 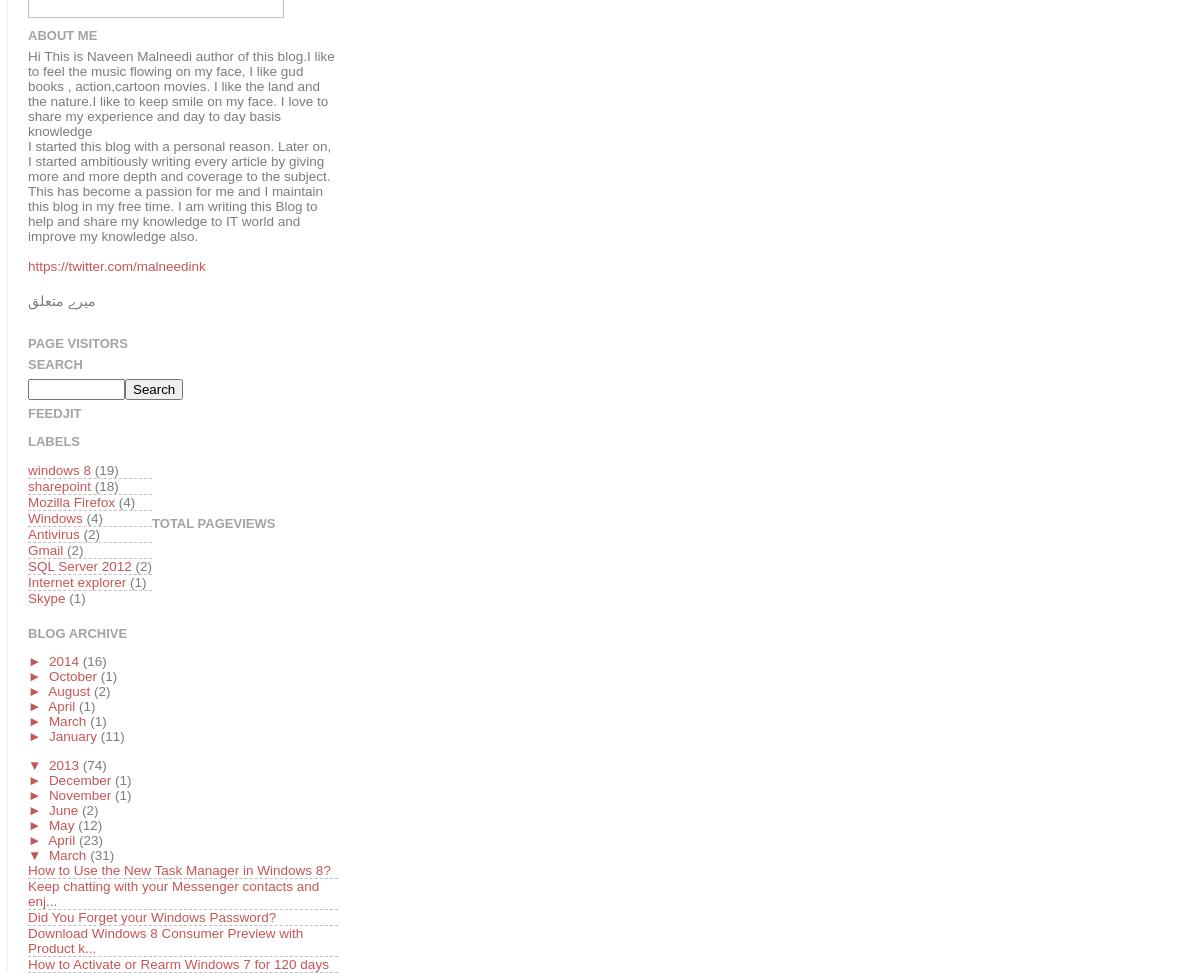 What do you see at coordinates (46, 597) in the screenshot?
I see `'Skype'` at bounding box center [46, 597].